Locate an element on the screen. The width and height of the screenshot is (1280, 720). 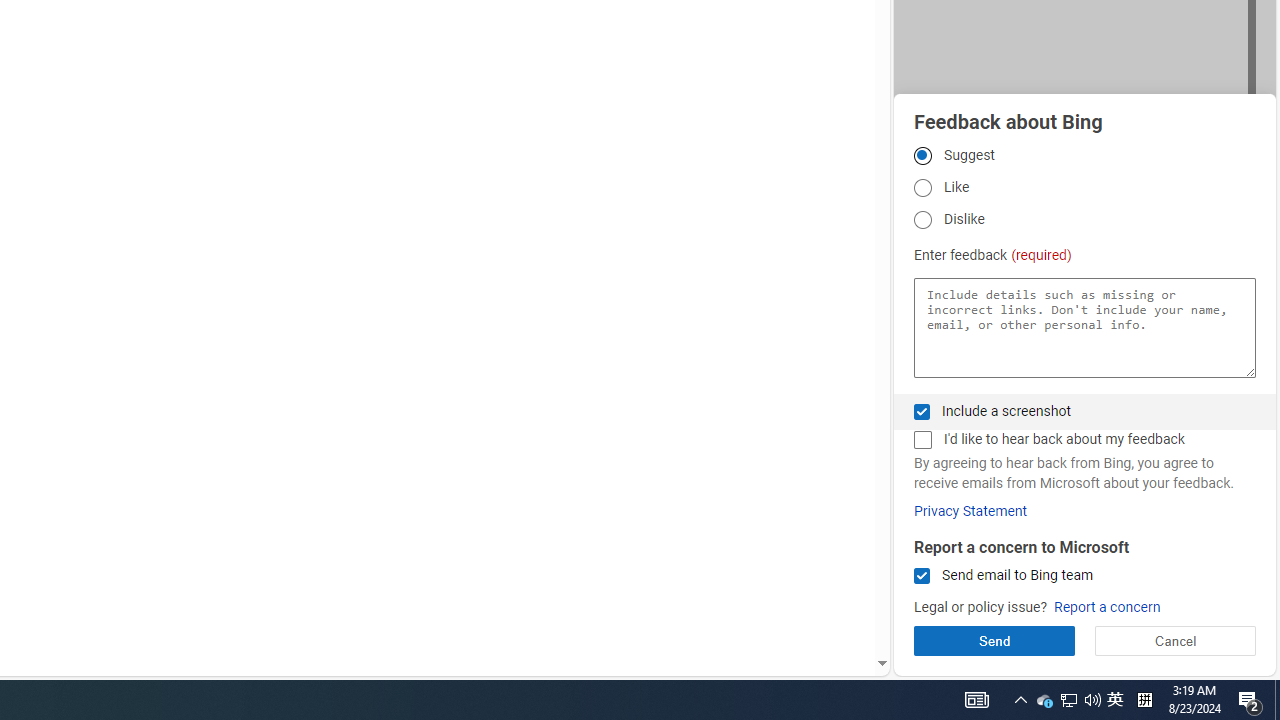
'Include a screenshot' is located at coordinates (921, 410).